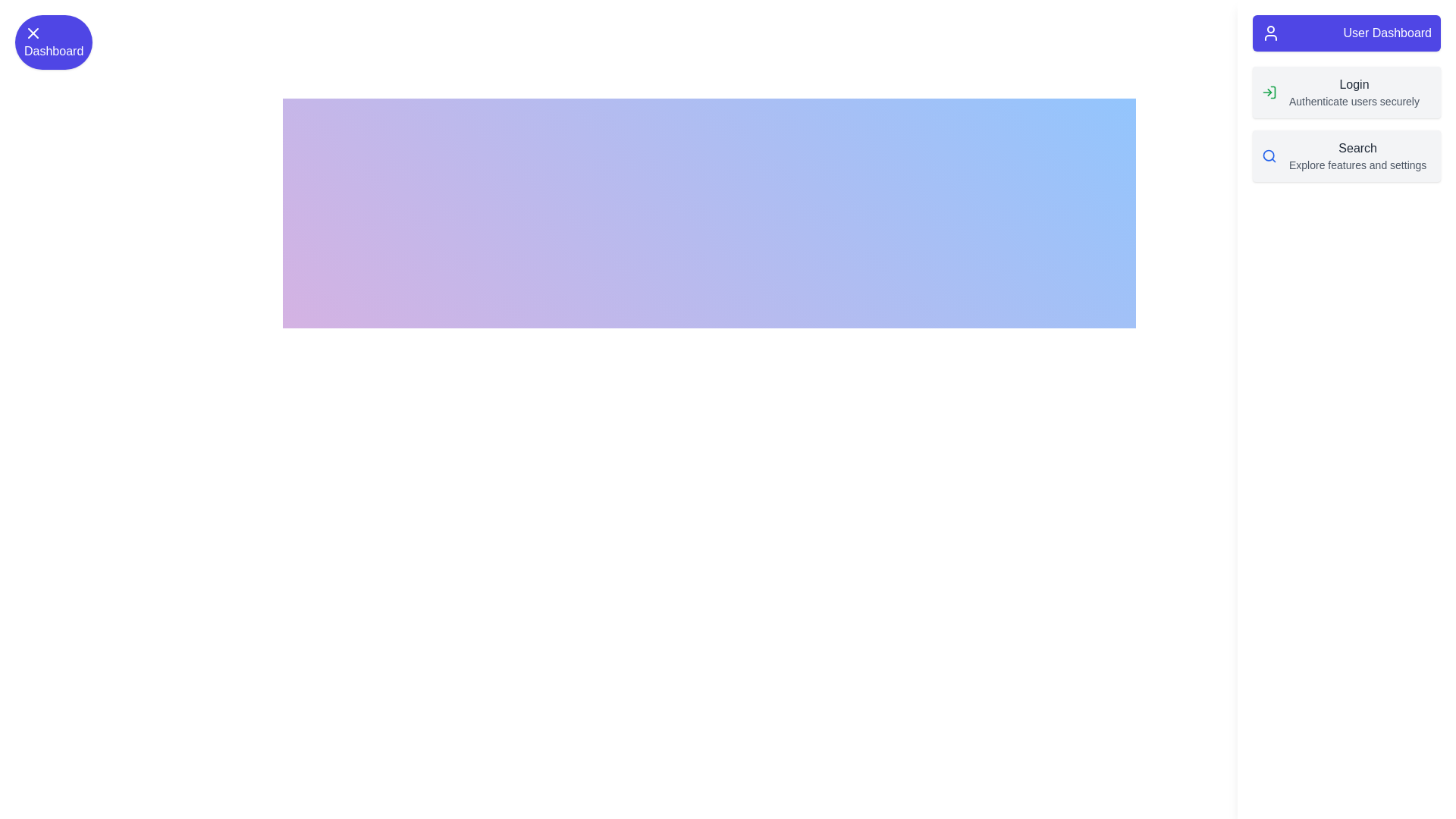  What do you see at coordinates (1347, 33) in the screenshot?
I see `the drawer header to interact with it` at bounding box center [1347, 33].